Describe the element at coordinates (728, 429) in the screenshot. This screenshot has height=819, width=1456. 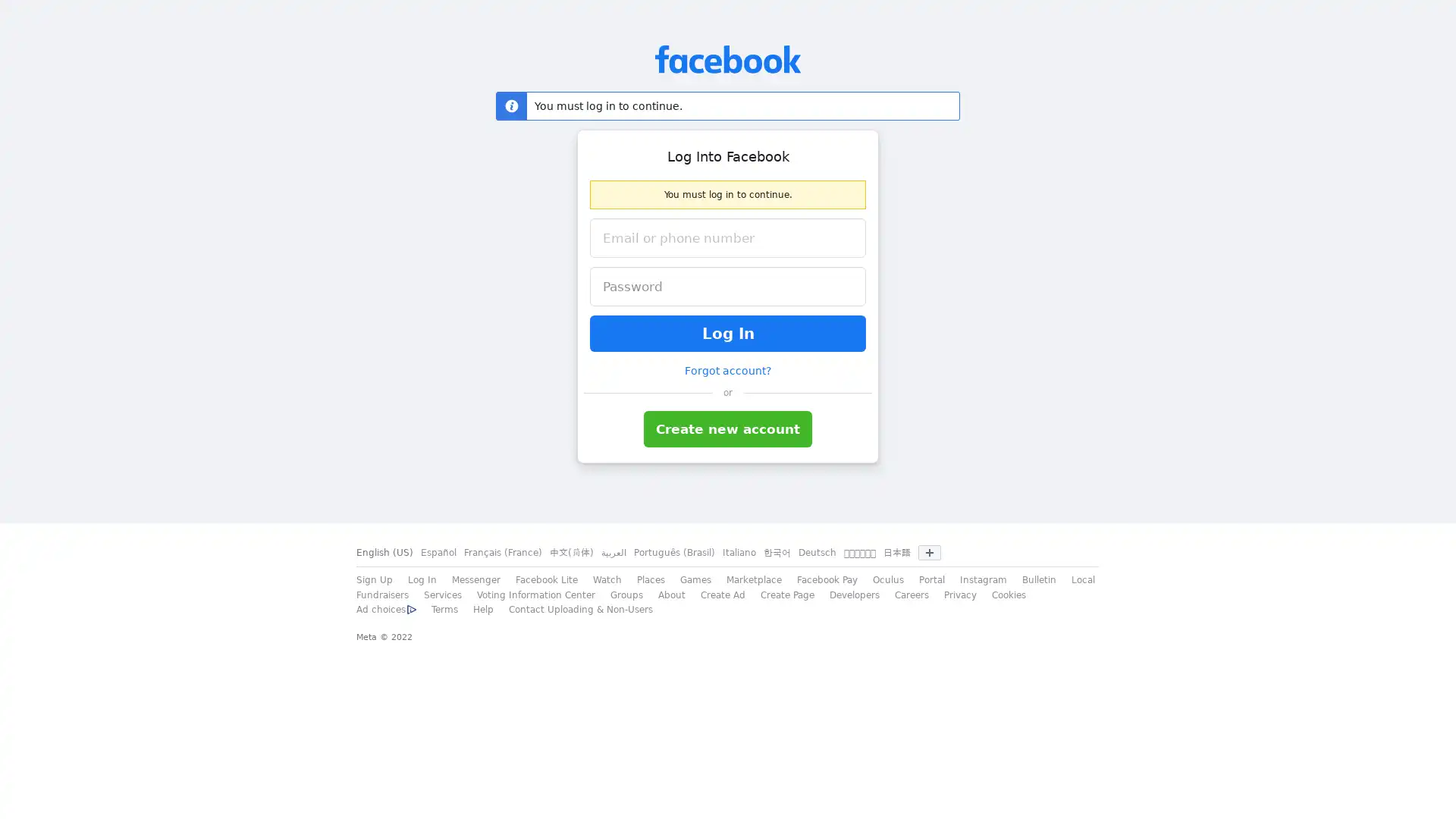
I see `Create new account` at that location.